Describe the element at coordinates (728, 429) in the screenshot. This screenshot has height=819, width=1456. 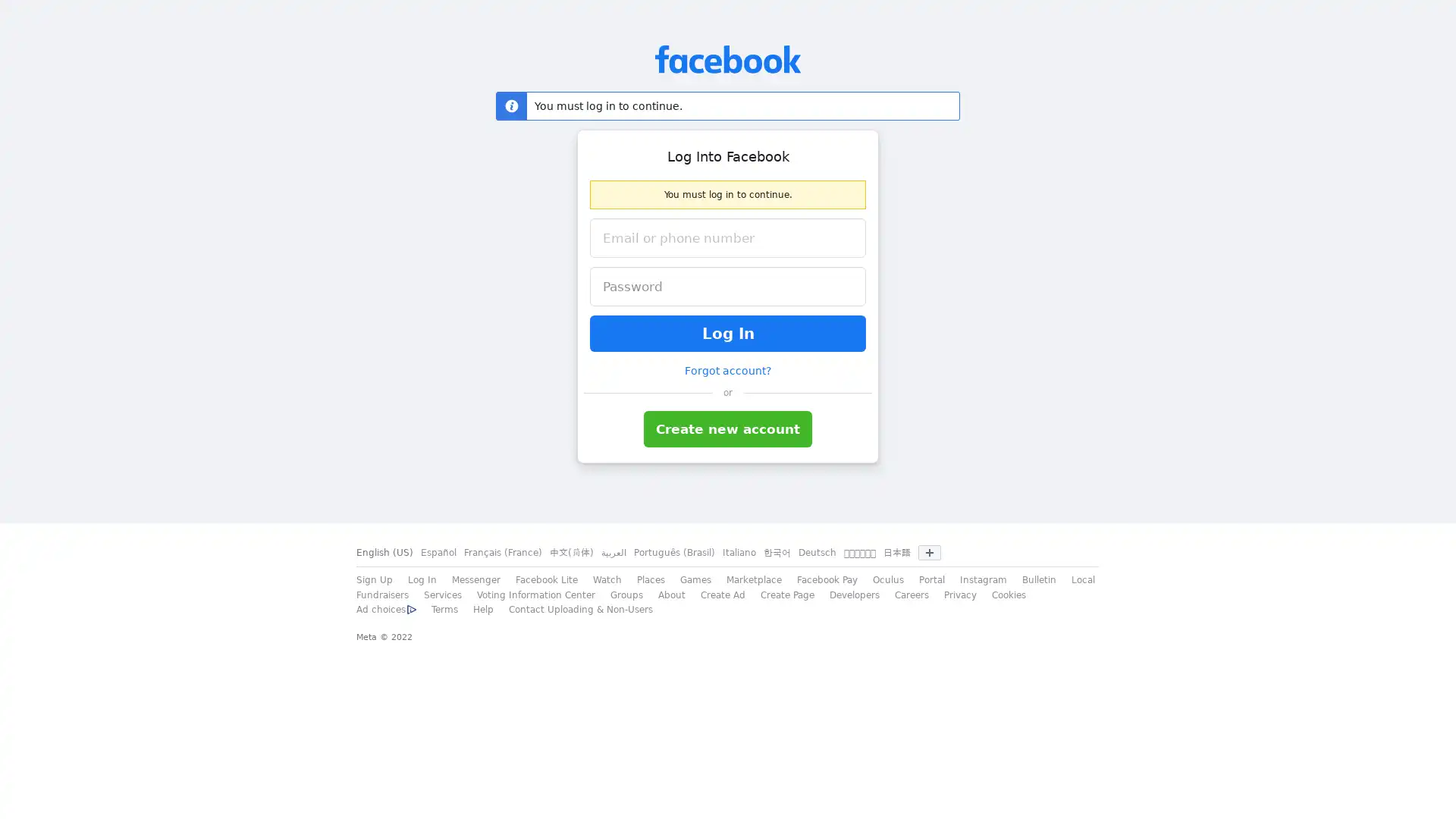
I see `Create new account` at that location.